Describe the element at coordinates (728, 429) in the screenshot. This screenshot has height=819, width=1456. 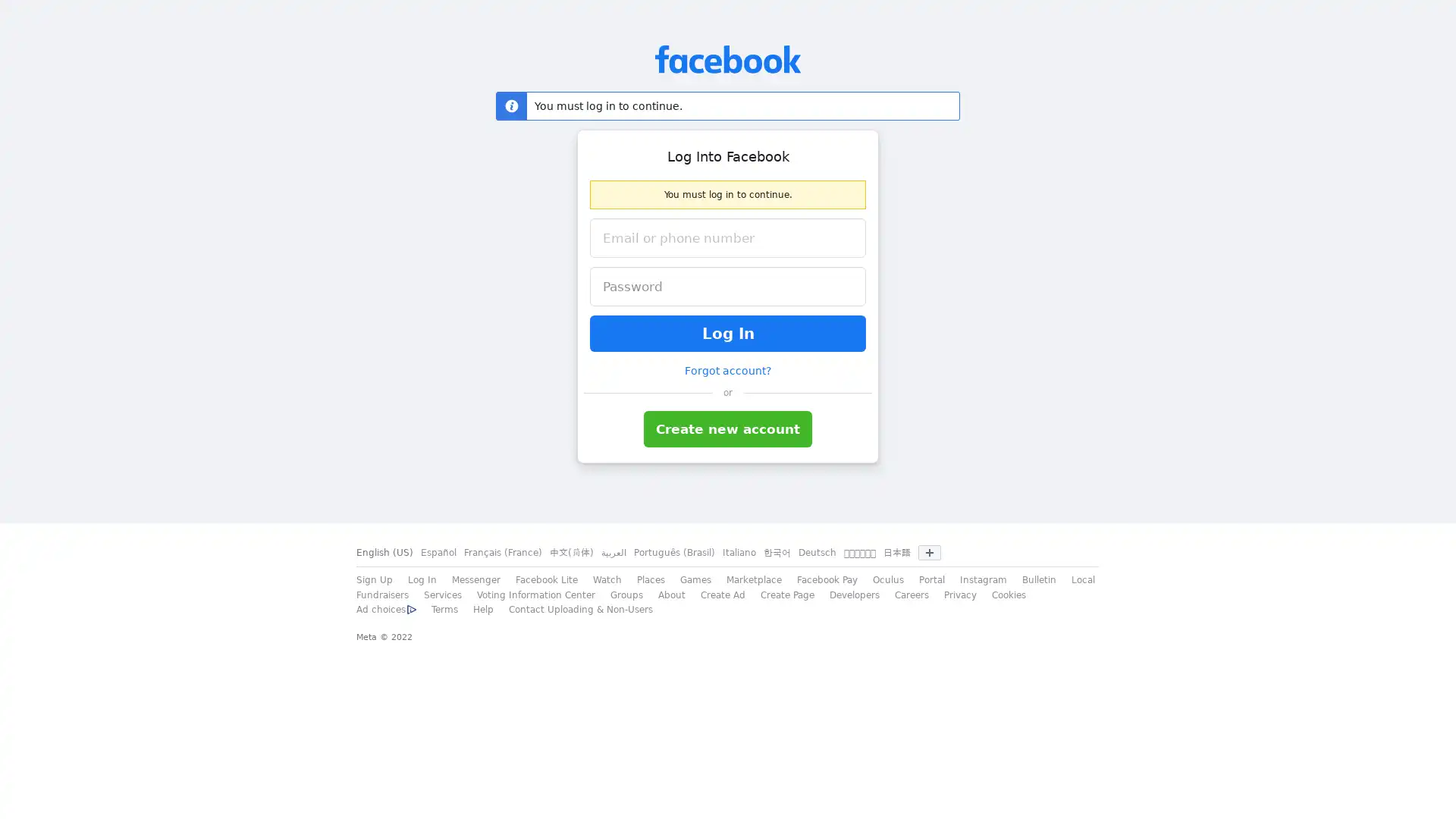
I see `Create new account` at that location.